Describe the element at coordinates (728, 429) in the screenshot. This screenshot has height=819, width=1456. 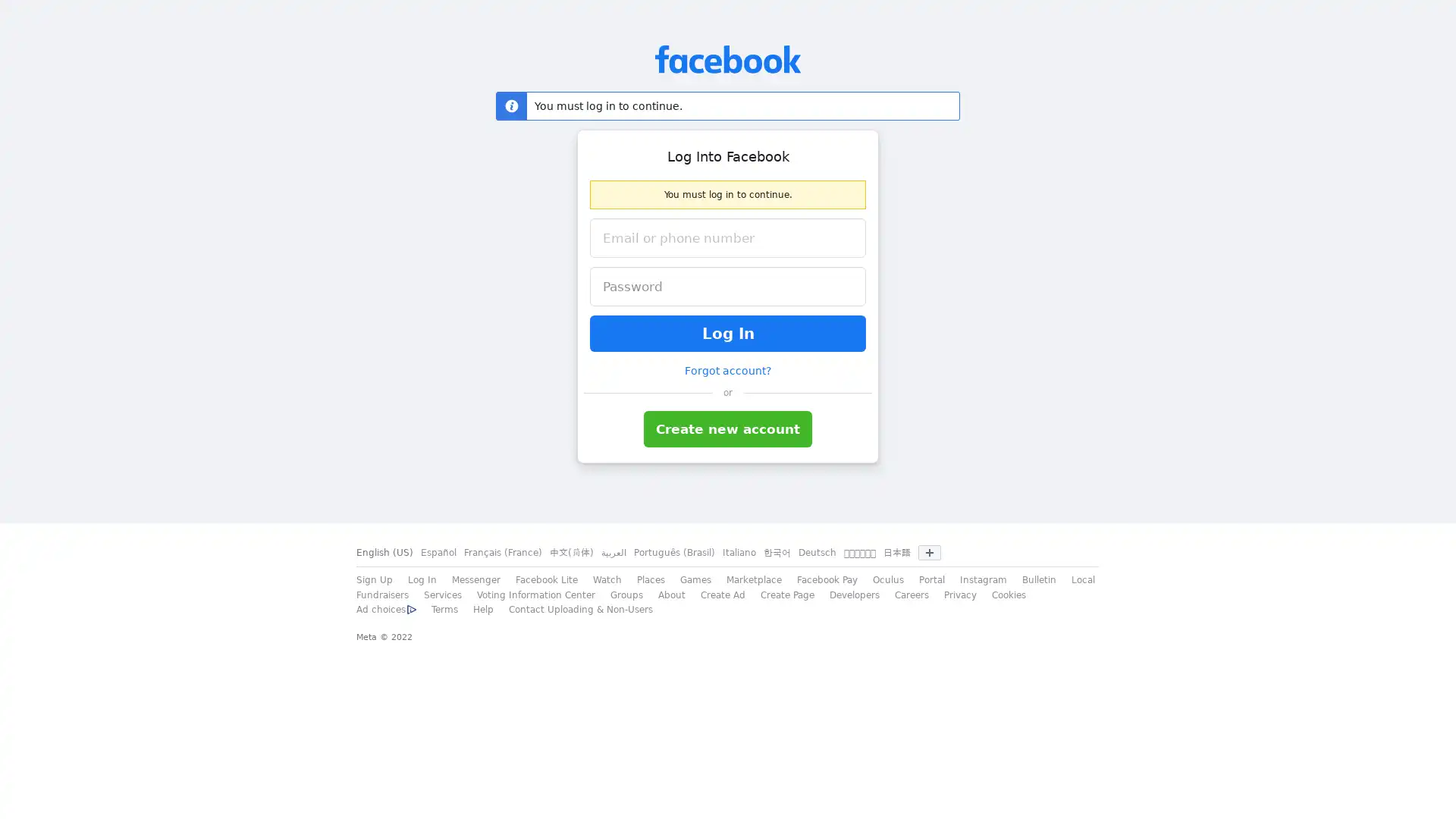
I see `Create new account` at that location.